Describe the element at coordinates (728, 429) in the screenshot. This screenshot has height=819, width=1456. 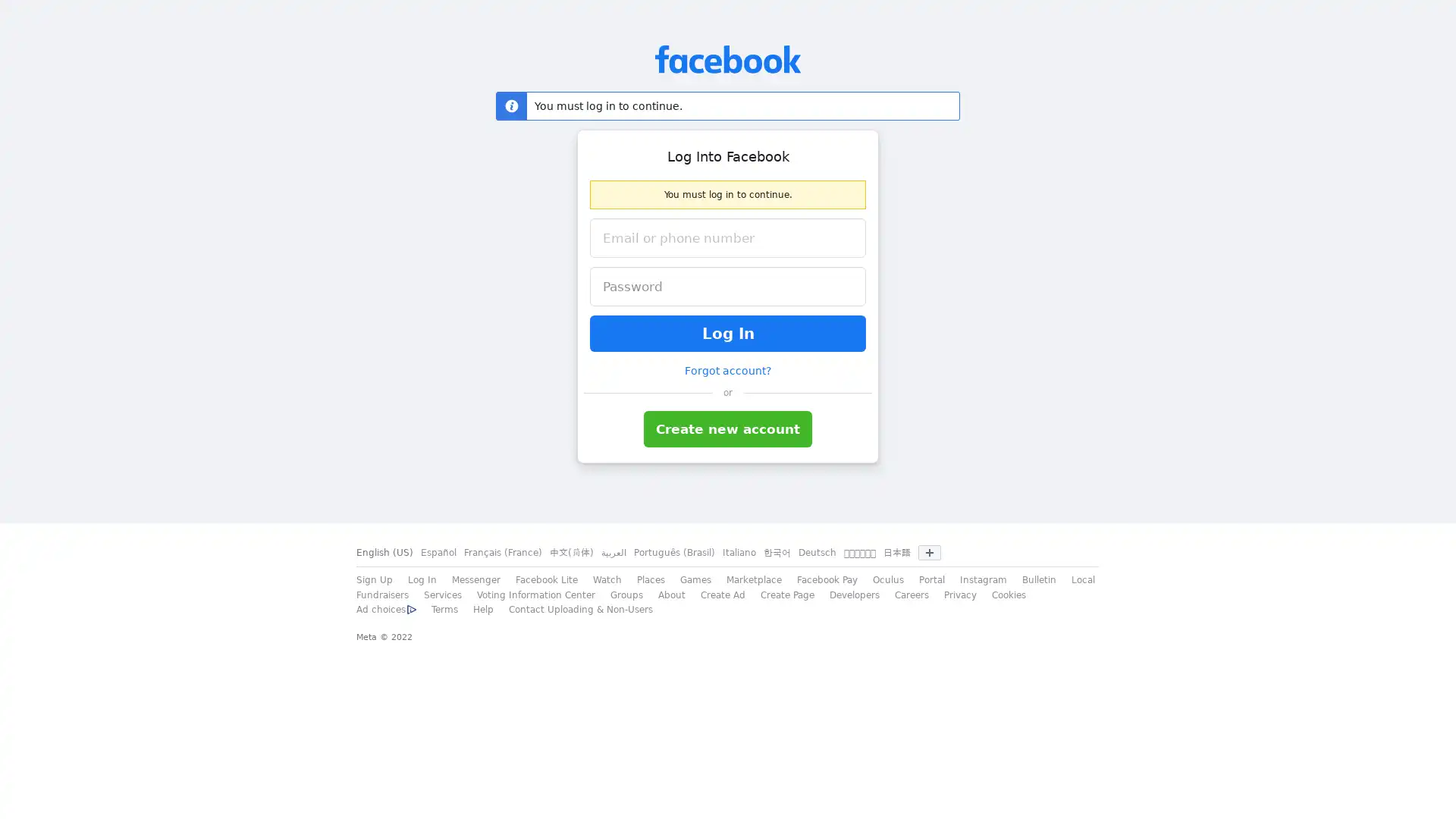
I see `Create new account` at that location.